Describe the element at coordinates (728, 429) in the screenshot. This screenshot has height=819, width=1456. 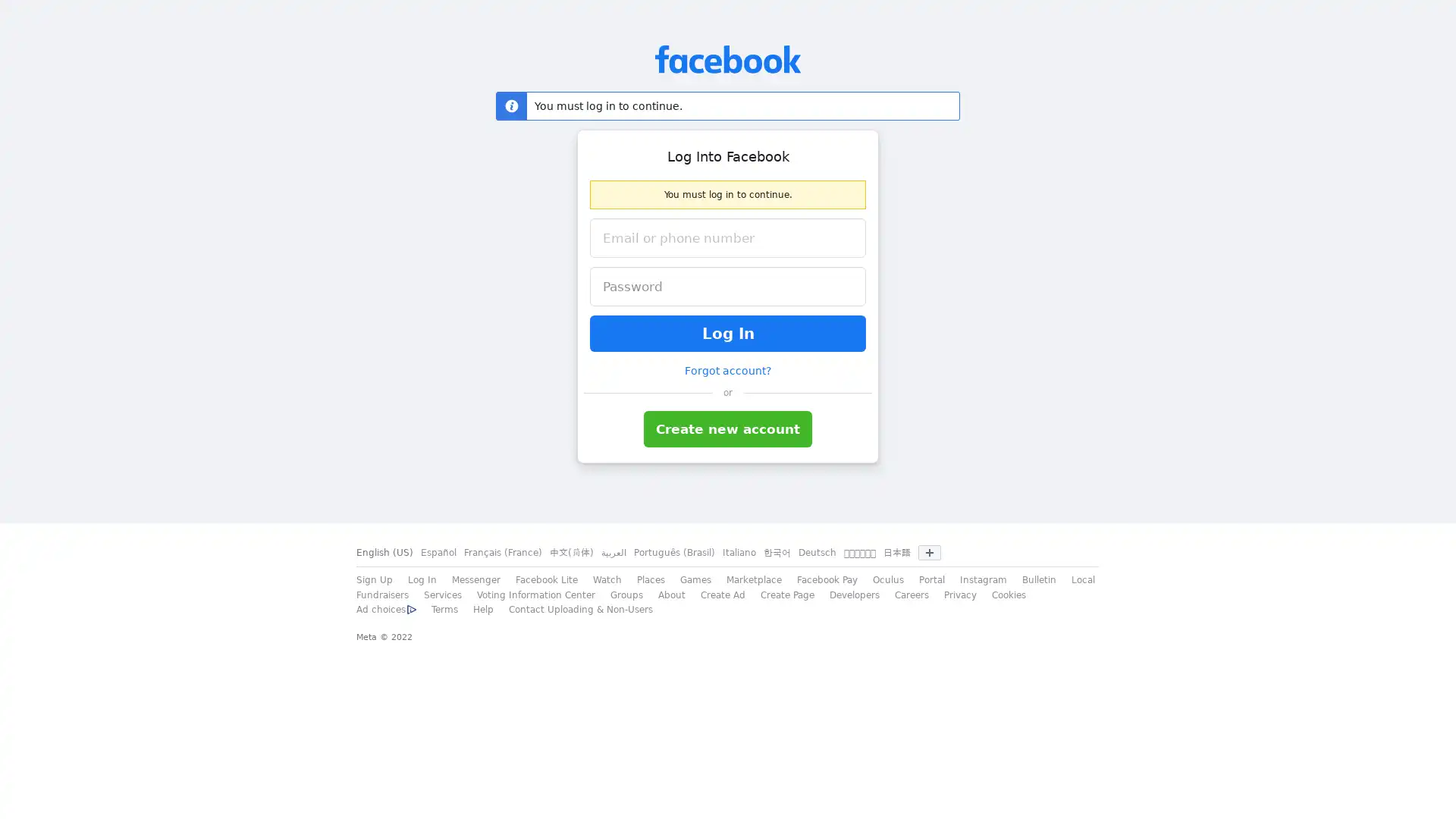
I see `Create new account` at that location.